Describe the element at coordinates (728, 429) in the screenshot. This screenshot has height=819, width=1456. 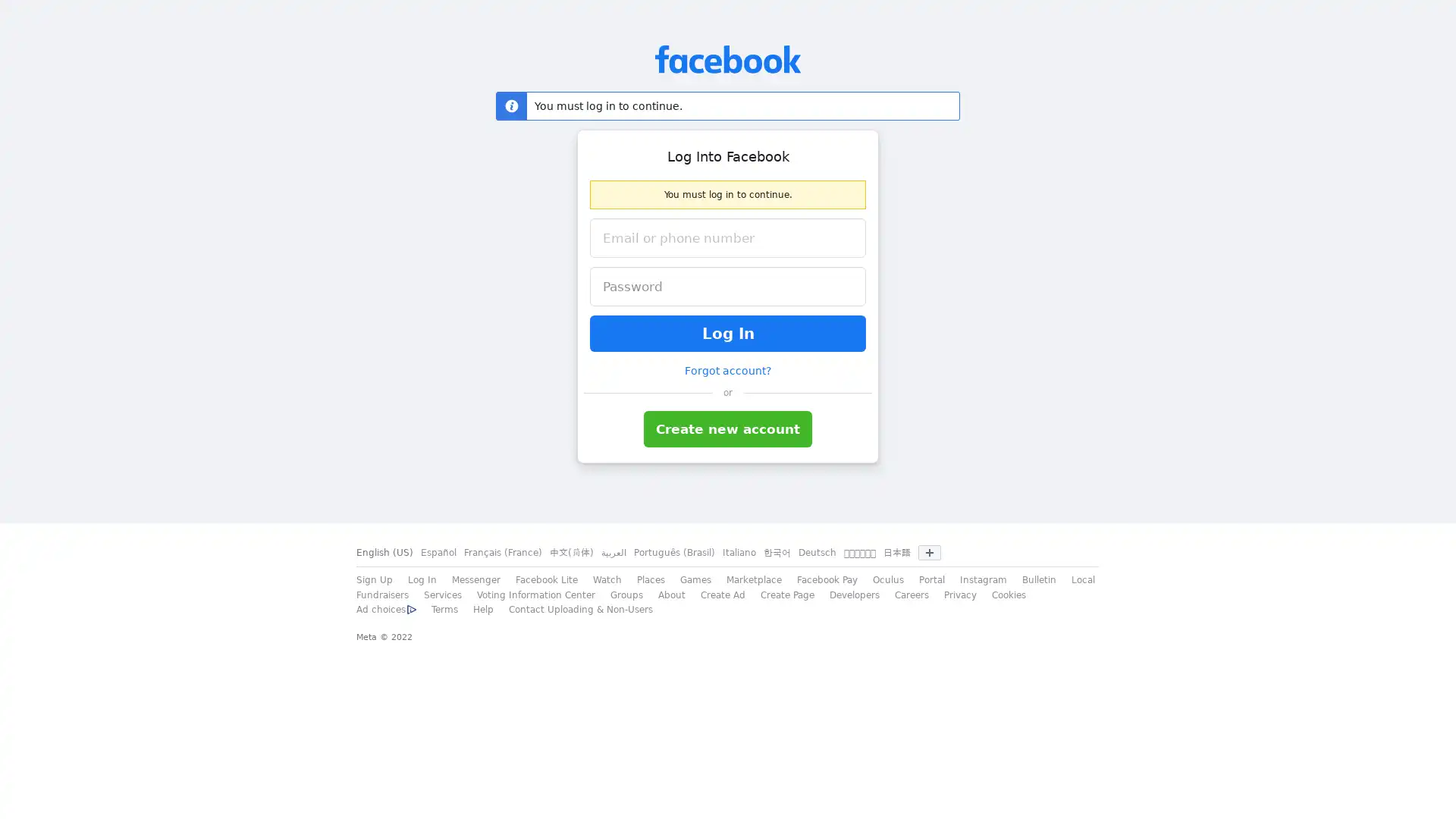
I see `Create new account` at that location.